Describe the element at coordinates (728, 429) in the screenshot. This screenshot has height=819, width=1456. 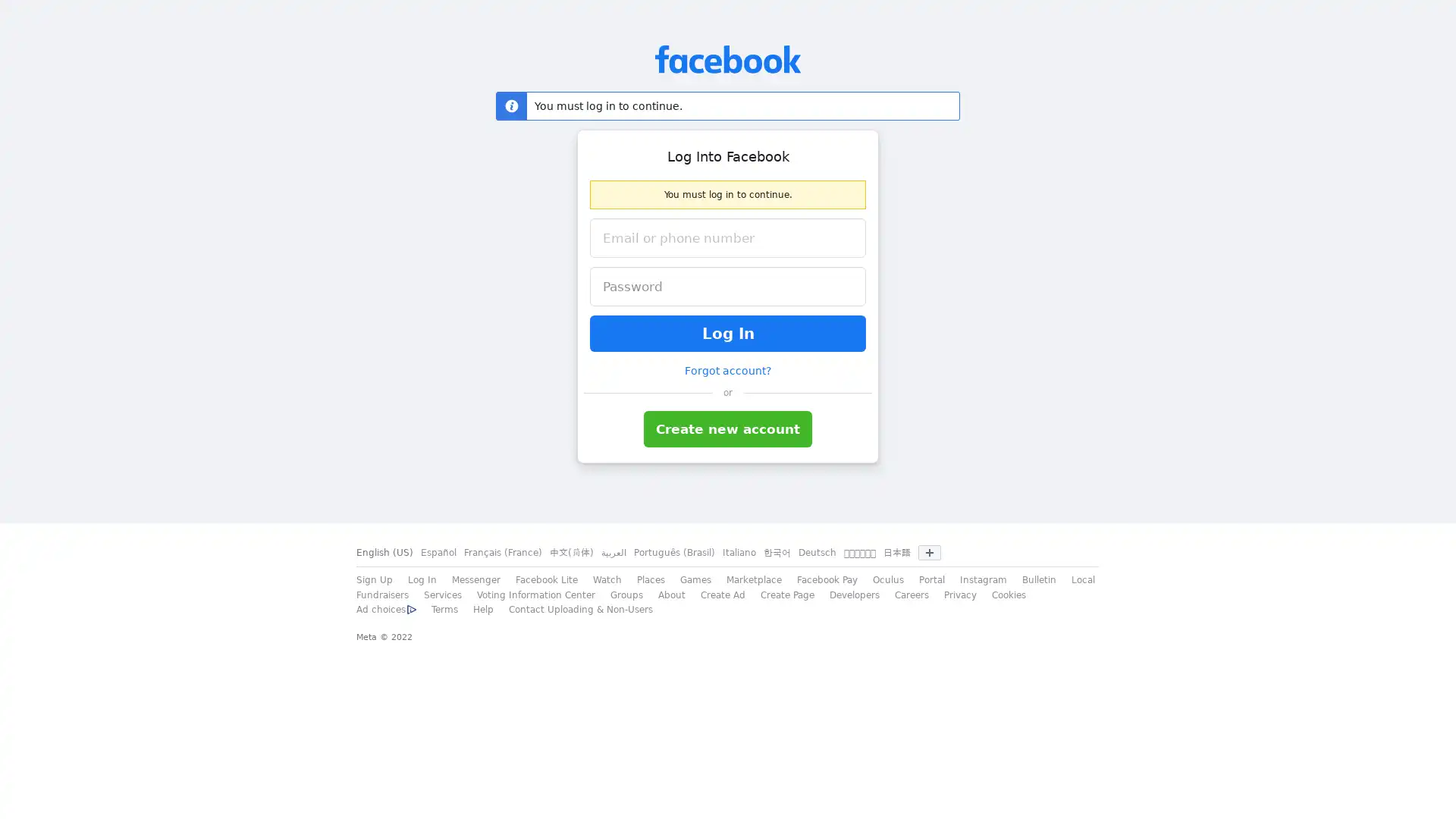
I see `Create new account` at that location.